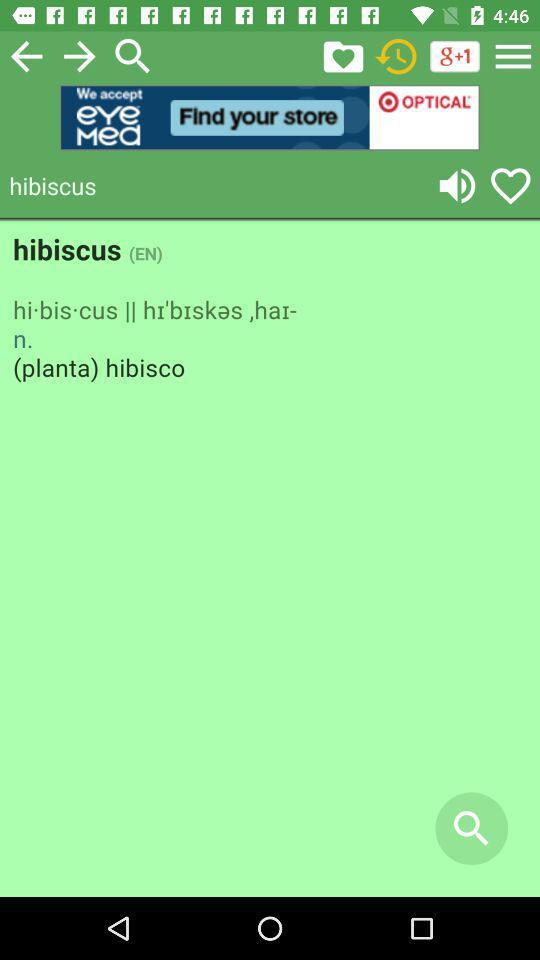  I want to click on next page, so click(78, 55).